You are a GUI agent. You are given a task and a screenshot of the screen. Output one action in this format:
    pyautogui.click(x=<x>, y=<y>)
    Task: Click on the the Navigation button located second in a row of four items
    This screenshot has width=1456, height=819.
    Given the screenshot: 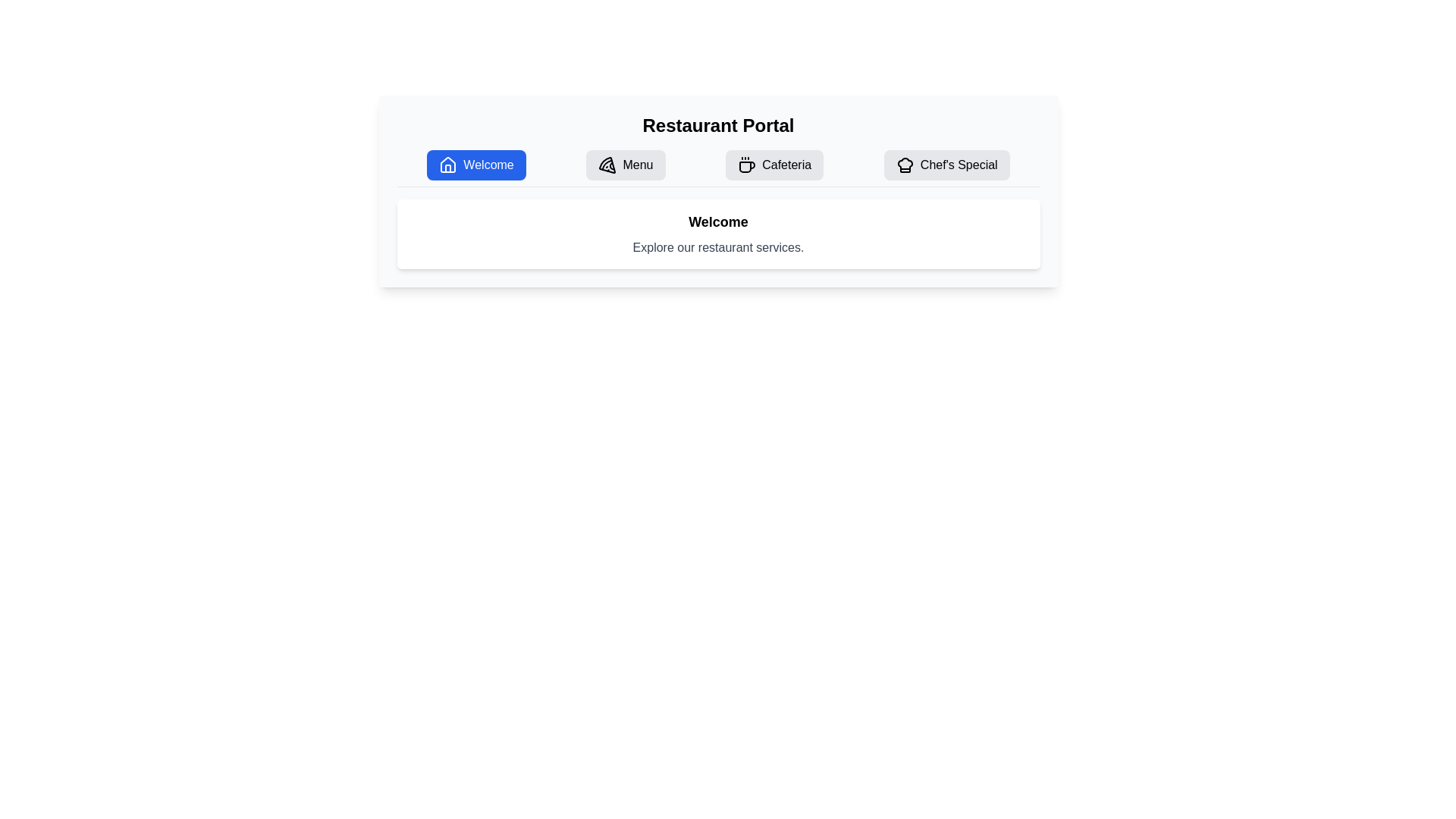 What is the action you would take?
    pyautogui.click(x=626, y=165)
    